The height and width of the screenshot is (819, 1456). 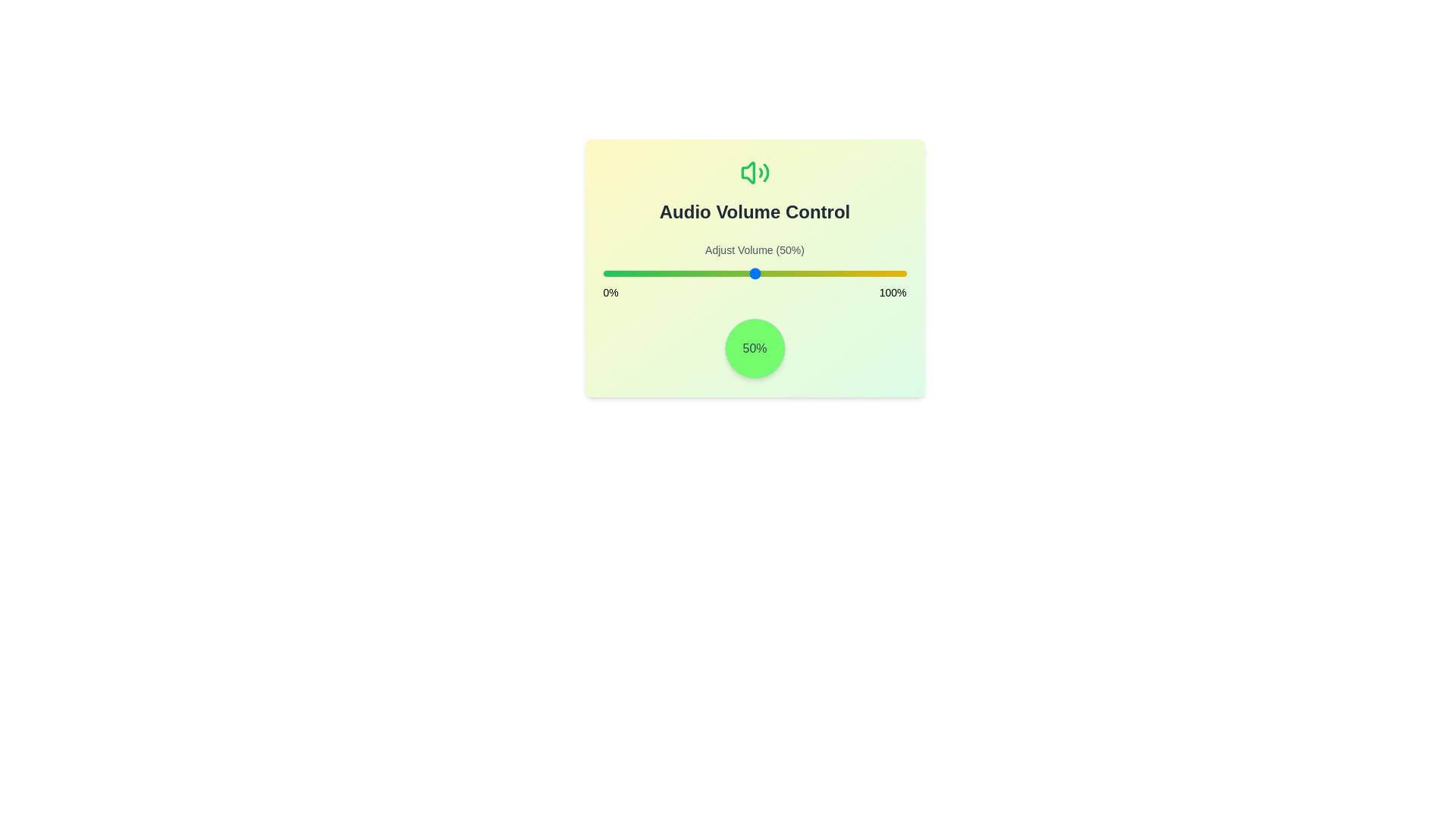 What do you see at coordinates (755, 171) in the screenshot?
I see `the 'Volume2' icon to interact with it` at bounding box center [755, 171].